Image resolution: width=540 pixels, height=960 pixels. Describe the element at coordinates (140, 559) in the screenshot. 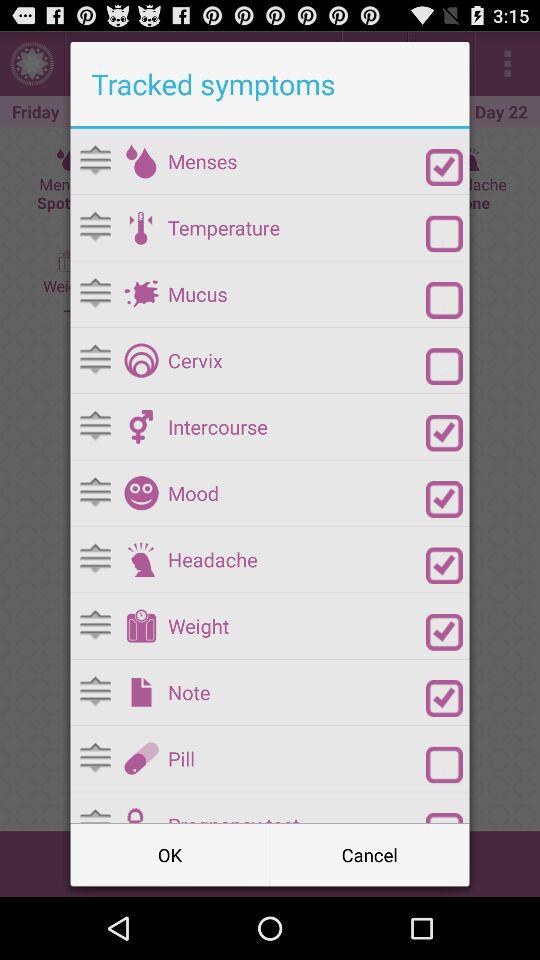

I see `headache option` at that location.